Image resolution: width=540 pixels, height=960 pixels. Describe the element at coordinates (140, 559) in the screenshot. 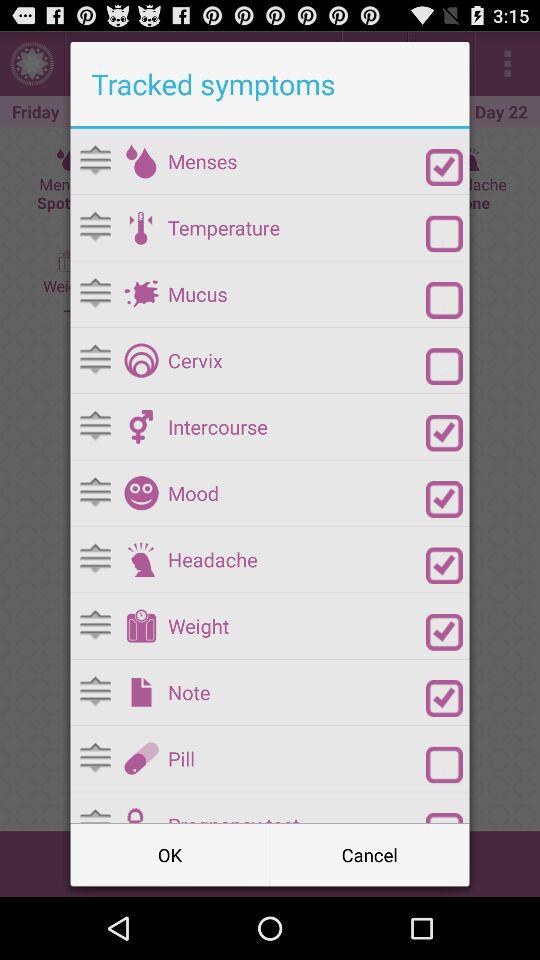

I see `headache option` at that location.